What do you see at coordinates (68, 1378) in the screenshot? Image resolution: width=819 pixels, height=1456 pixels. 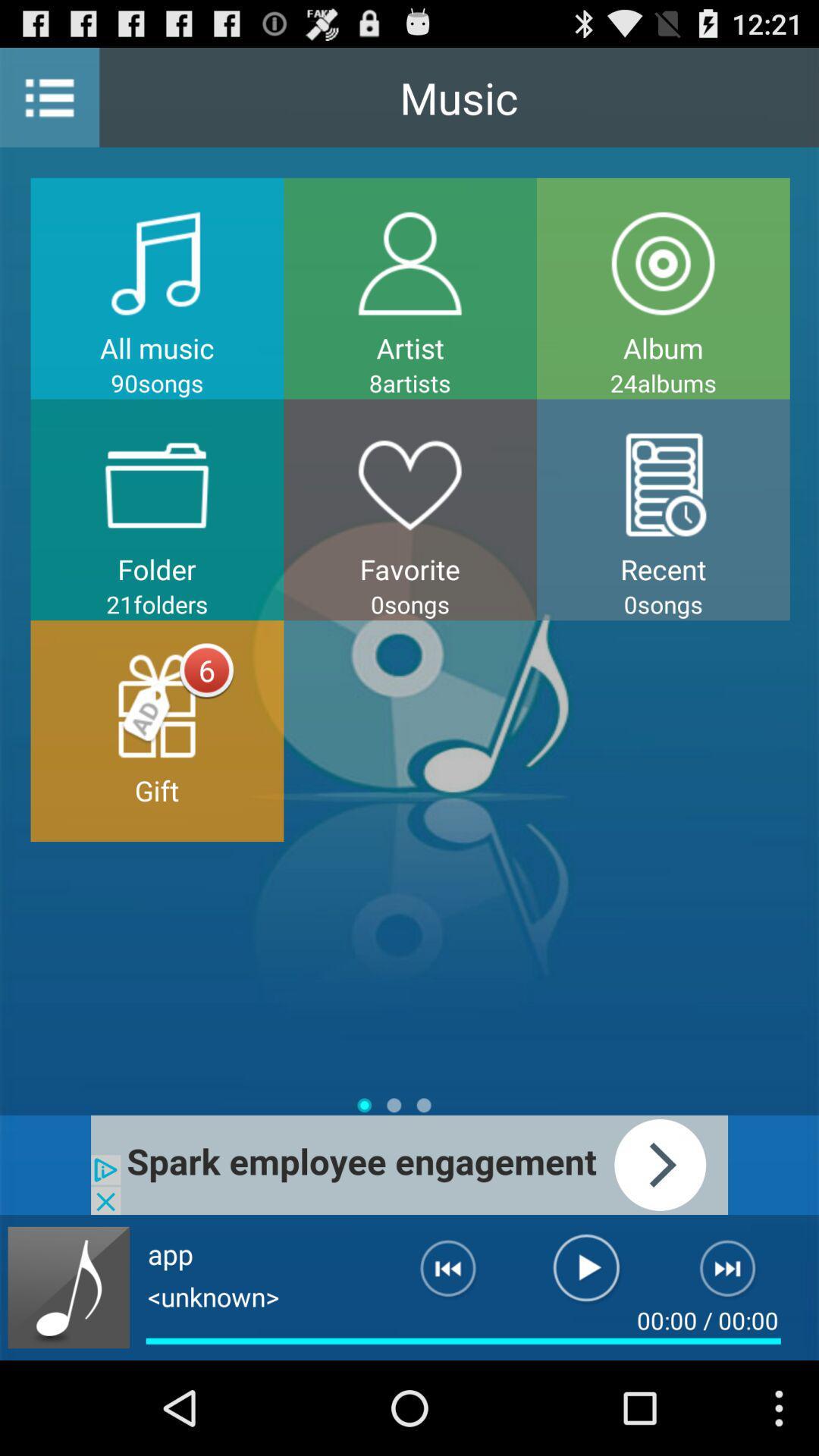 I see `the music icon` at bounding box center [68, 1378].